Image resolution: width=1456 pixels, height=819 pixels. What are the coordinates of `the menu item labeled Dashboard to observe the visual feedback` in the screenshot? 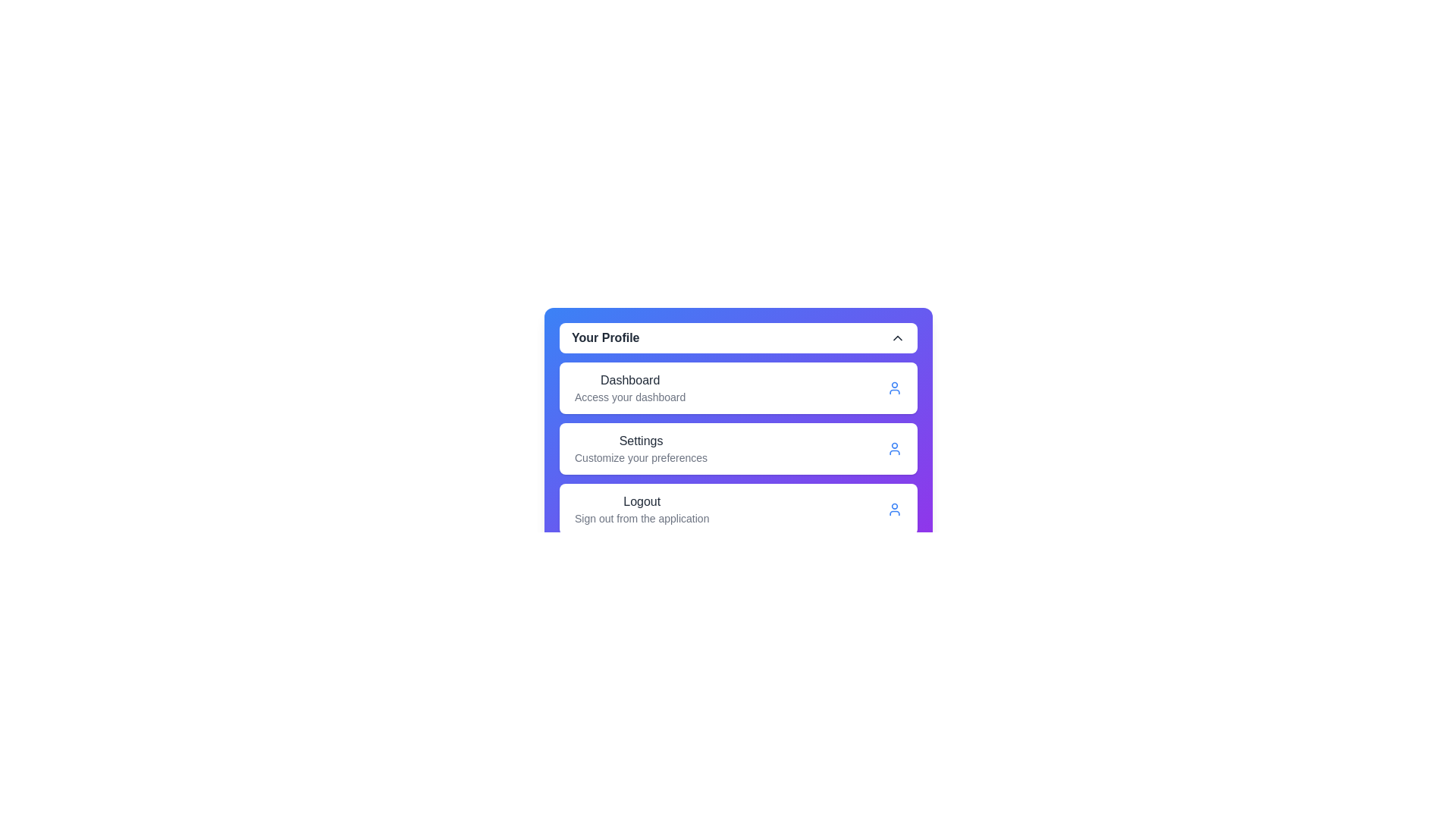 It's located at (629, 388).